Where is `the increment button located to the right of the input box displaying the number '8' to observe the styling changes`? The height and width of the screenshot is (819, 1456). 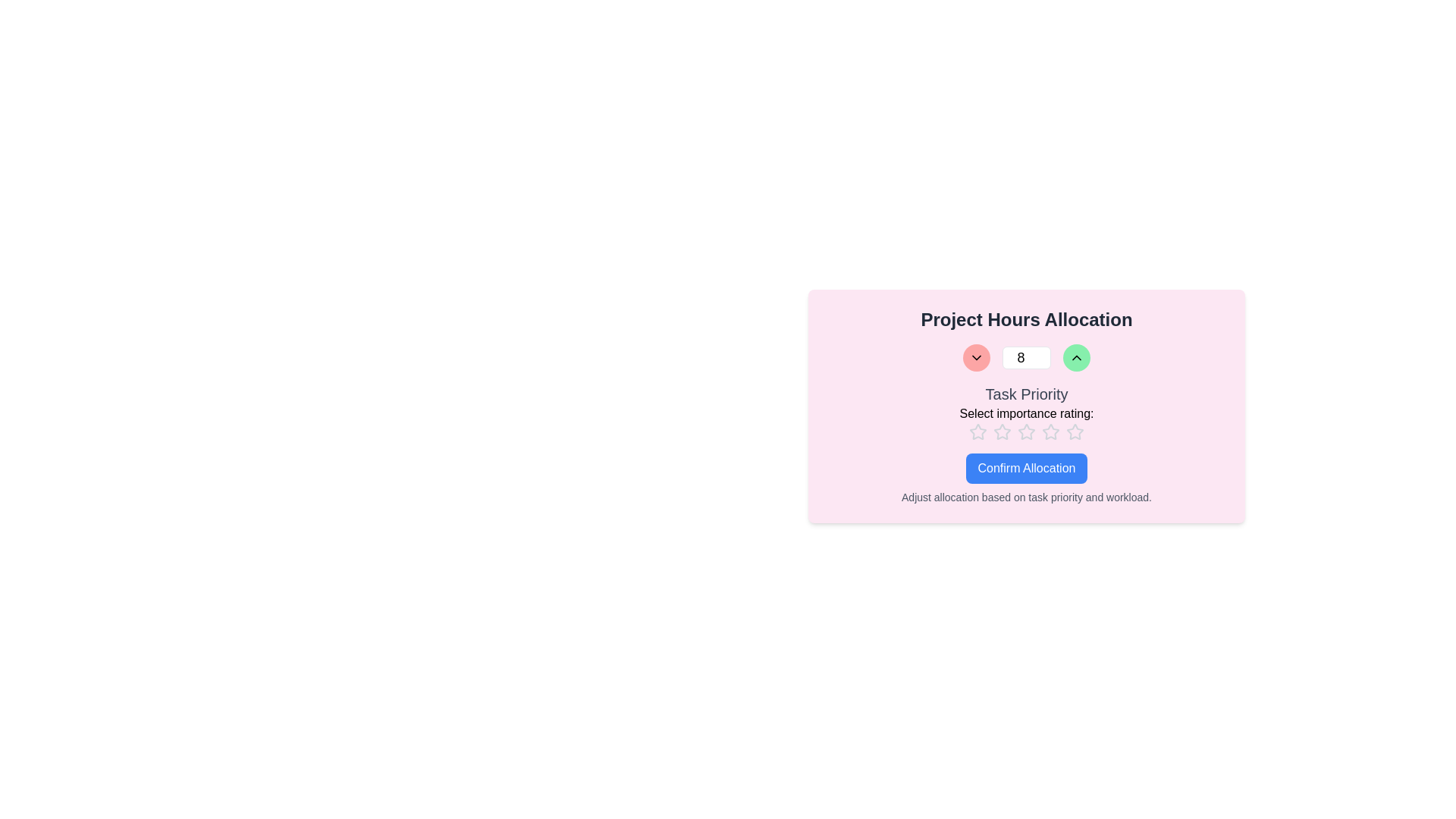
the increment button located to the right of the input box displaying the number '8' to observe the styling changes is located at coordinates (1076, 357).